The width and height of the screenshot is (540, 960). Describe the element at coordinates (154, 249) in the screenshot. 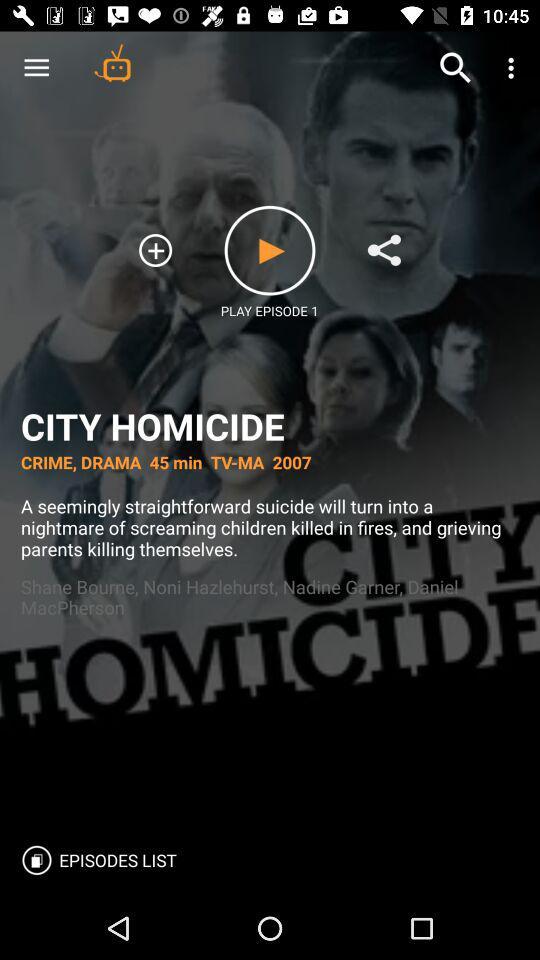

I see `episode to watchlist` at that location.